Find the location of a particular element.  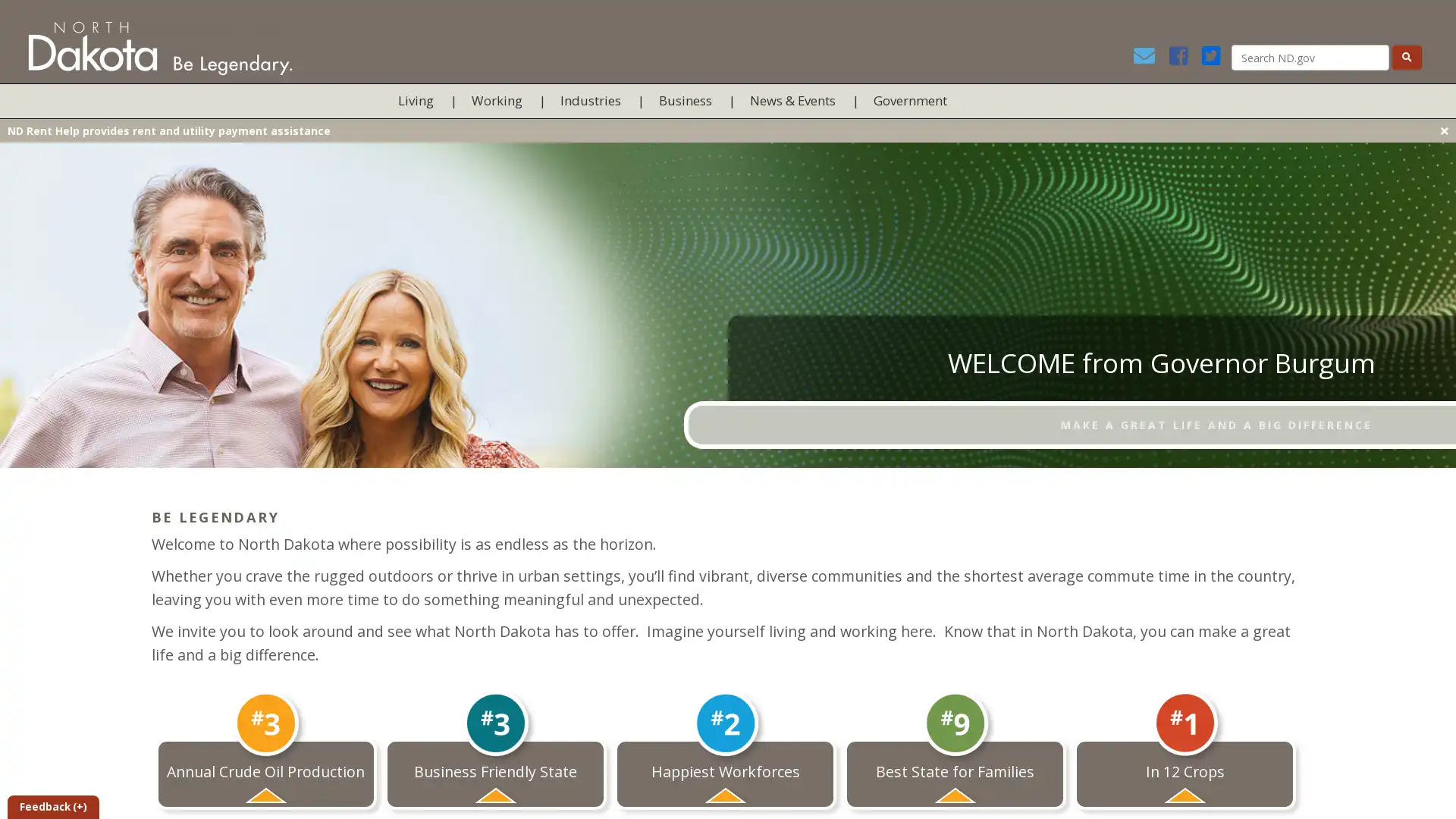

Follow Us on Facebook is located at coordinates (1182, 58).